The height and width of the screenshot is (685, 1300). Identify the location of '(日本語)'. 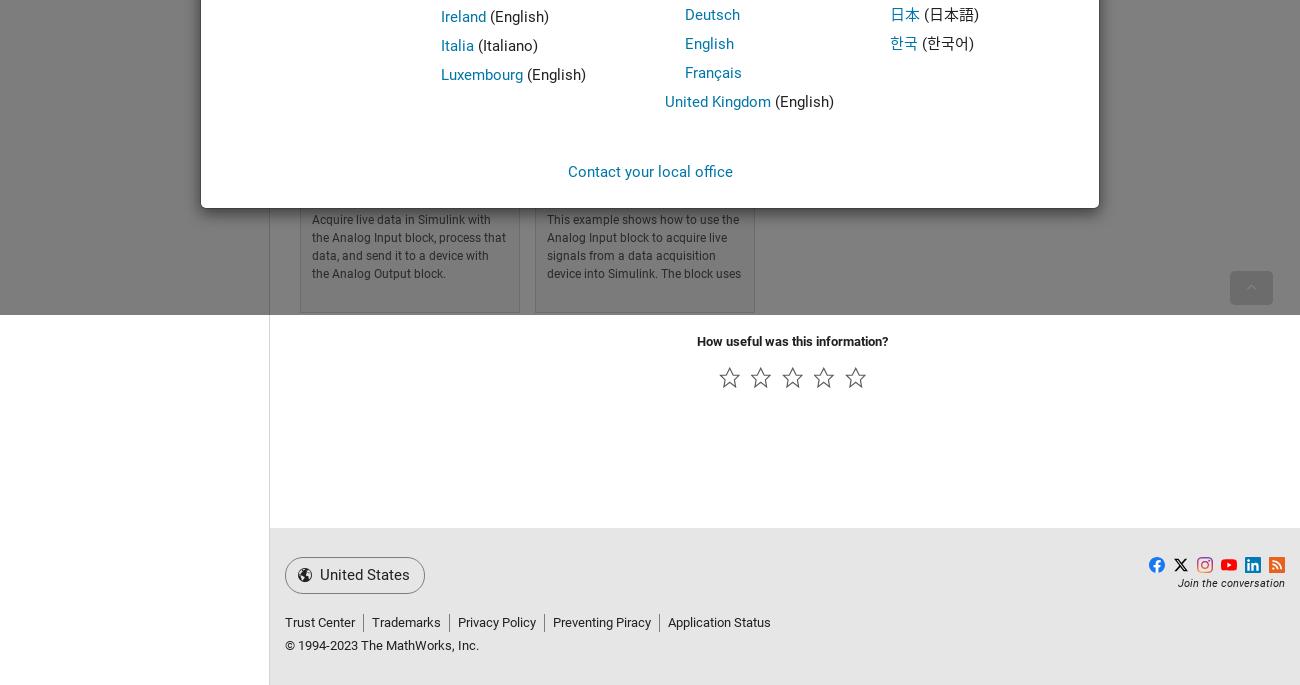
(948, 14).